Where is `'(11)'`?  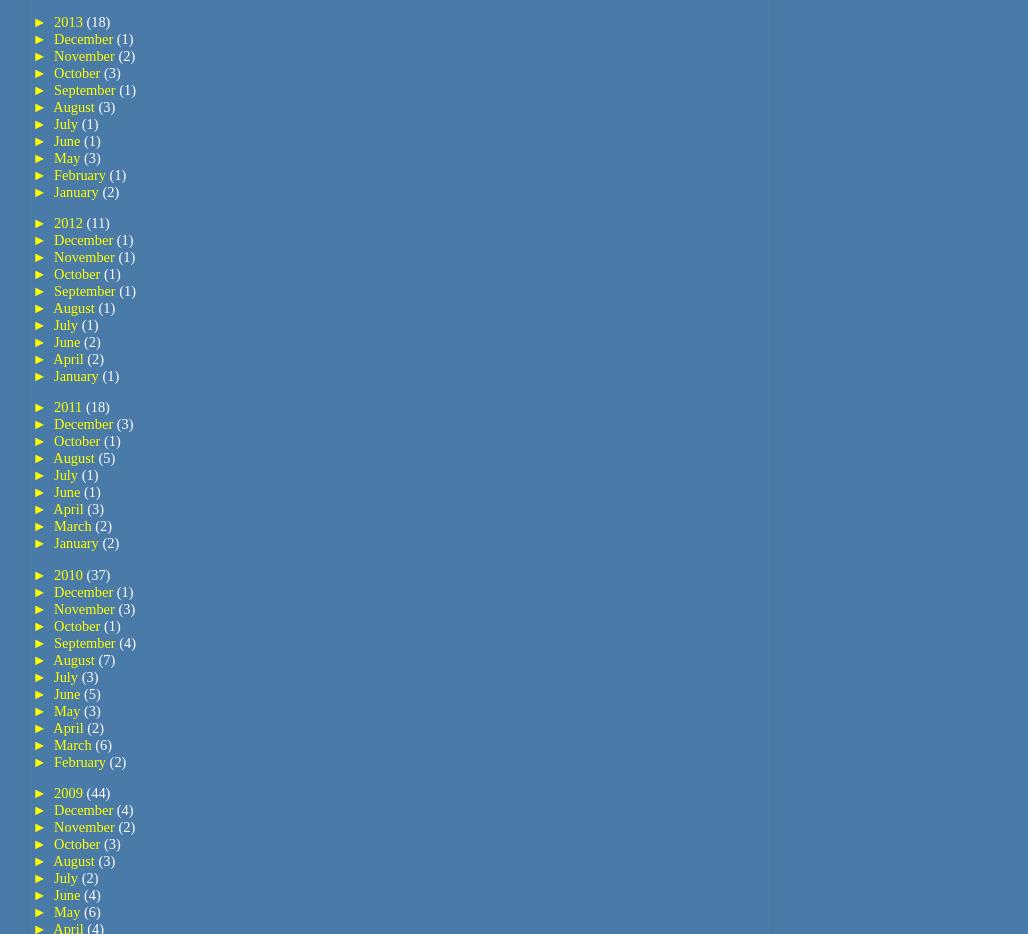 '(11)' is located at coordinates (96, 222).